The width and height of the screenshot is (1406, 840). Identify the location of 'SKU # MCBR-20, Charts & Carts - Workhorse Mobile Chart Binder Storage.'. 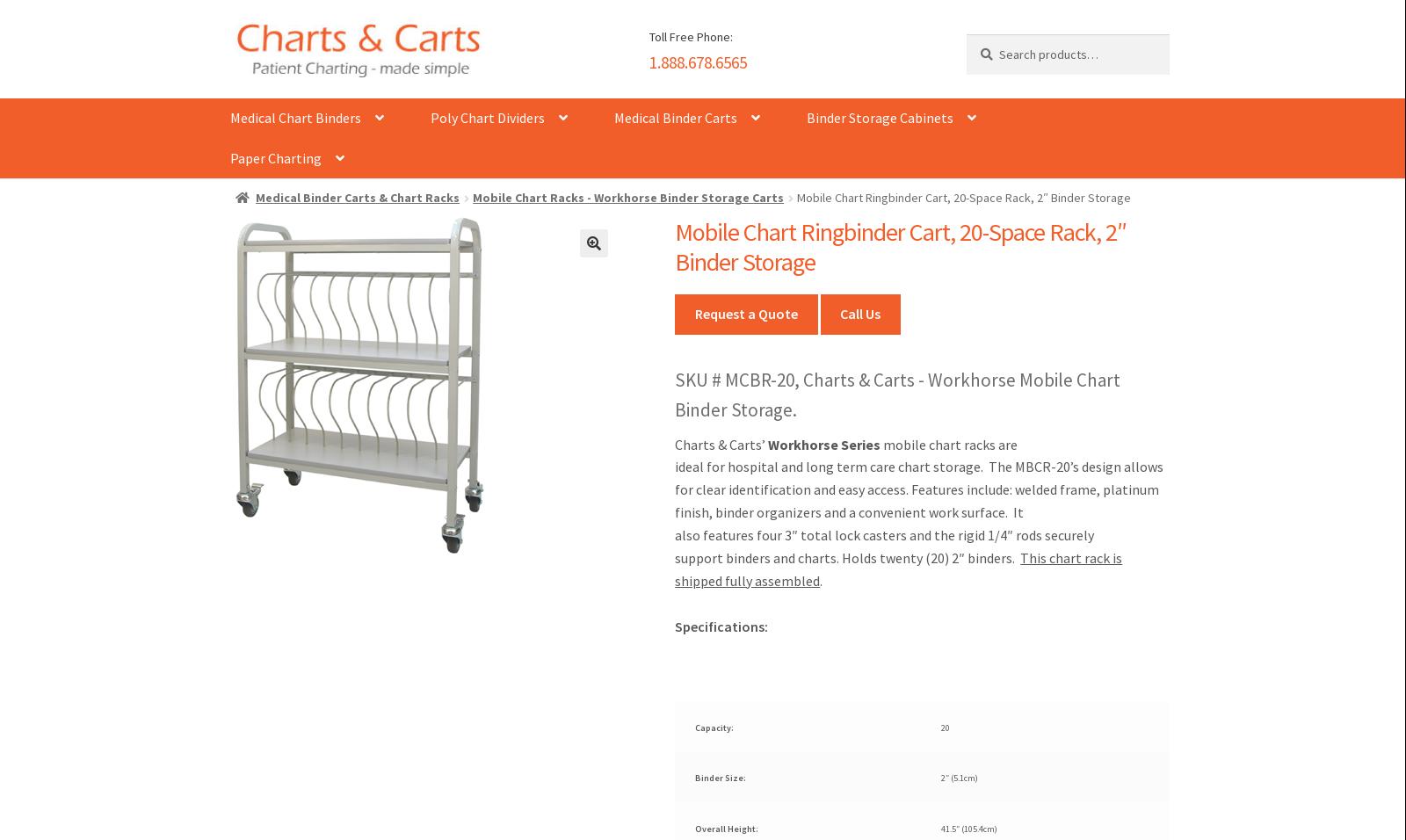
(897, 394).